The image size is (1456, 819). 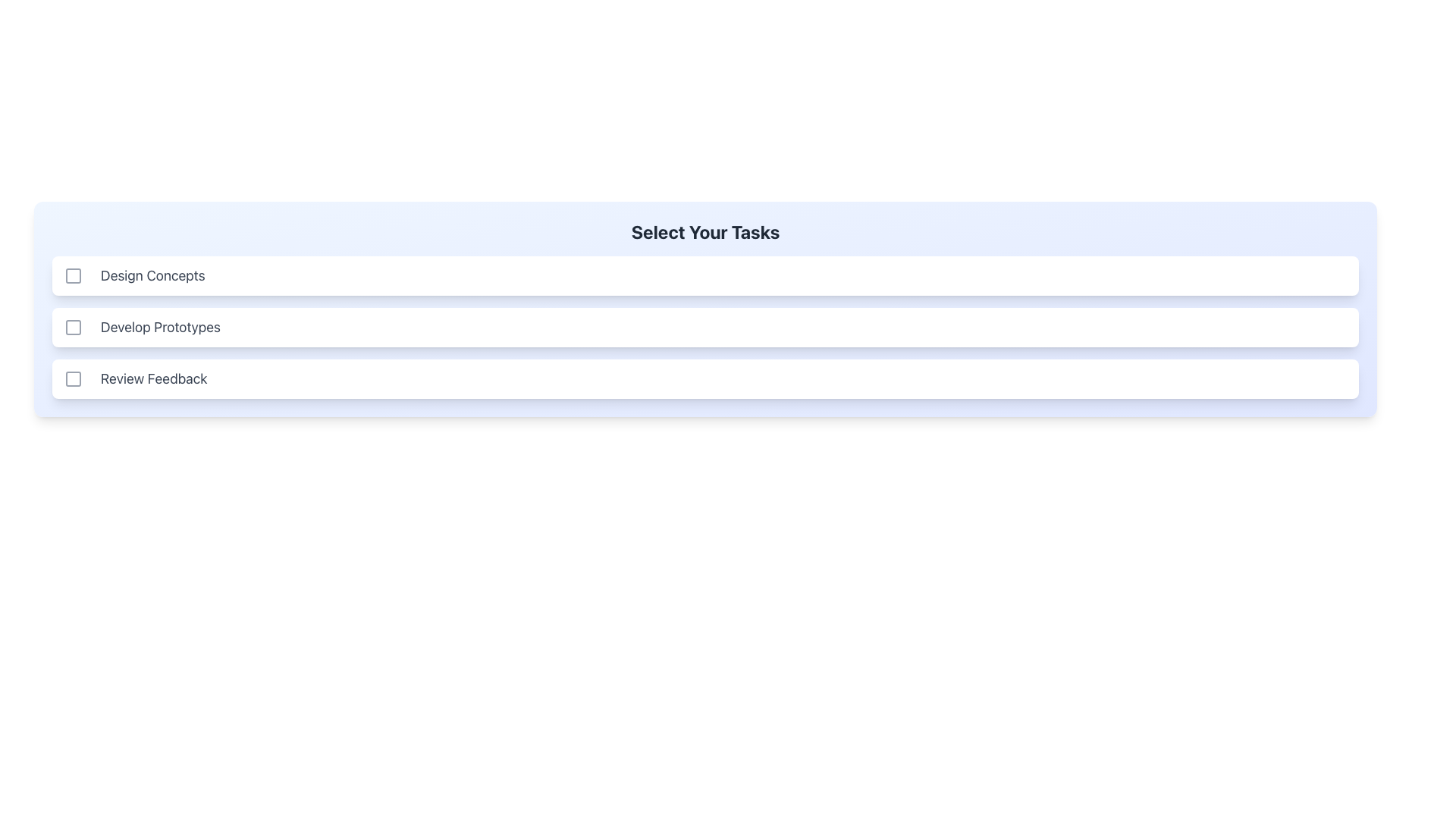 What do you see at coordinates (72, 275) in the screenshot?
I see `the Checkbox-like UI component that is the first task-related icon aligned to the left of the text 'Design Concepts'` at bounding box center [72, 275].